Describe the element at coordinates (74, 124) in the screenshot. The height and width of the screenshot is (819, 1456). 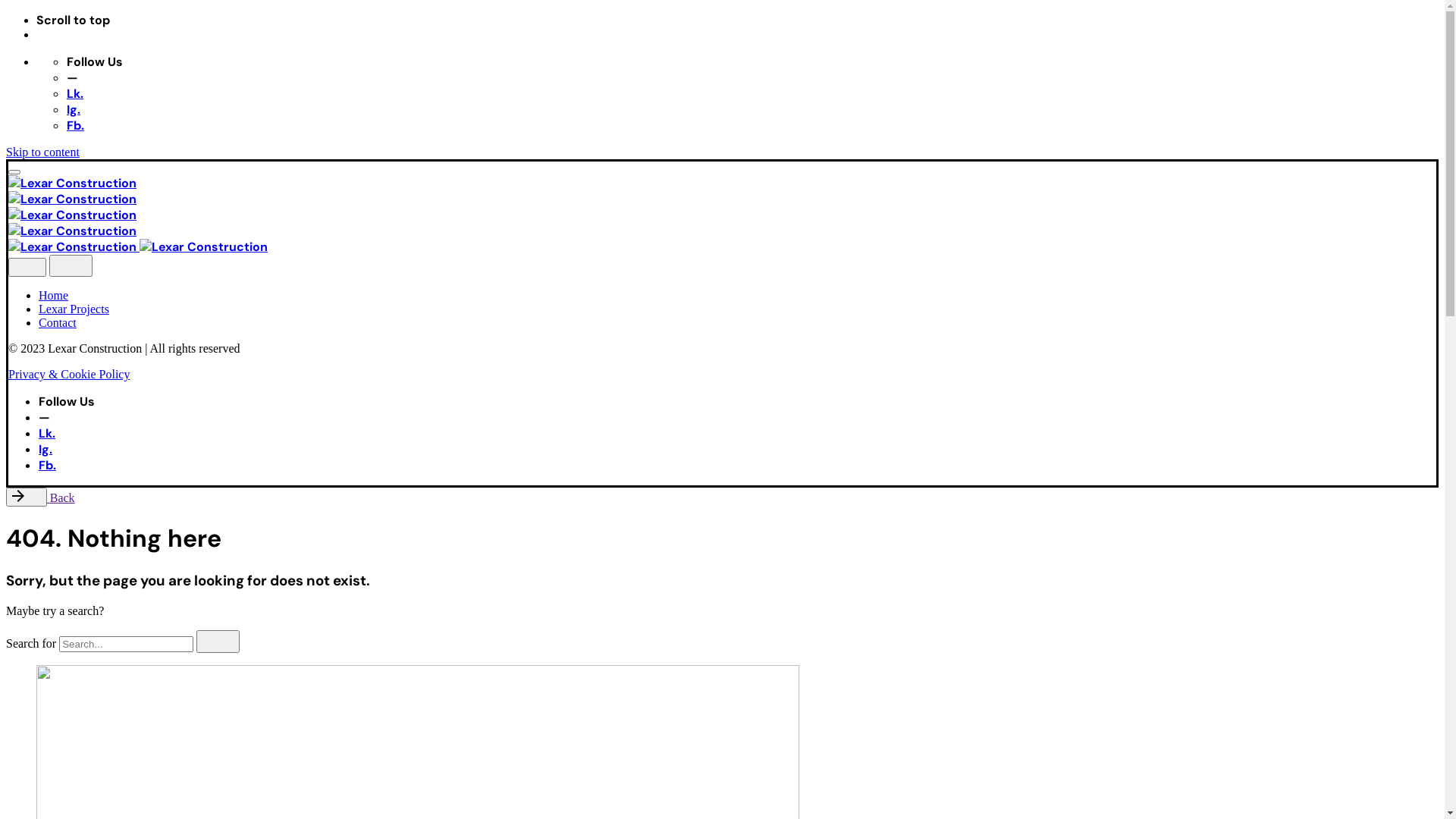
I see `'Fb.'` at that location.